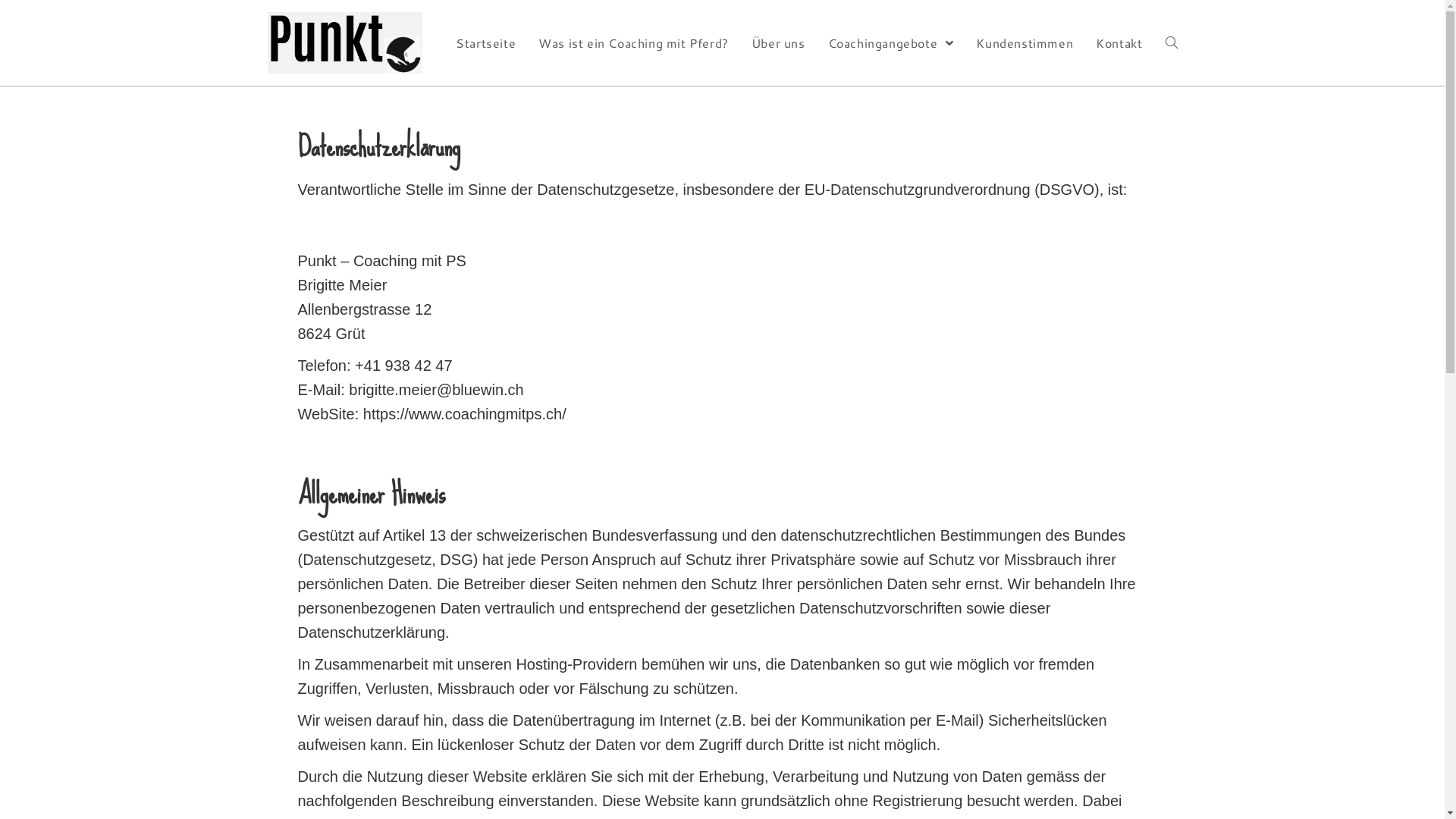 Image resolution: width=1456 pixels, height=819 pixels. What do you see at coordinates (443, 42) in the screenshot?
I see `'Startseite'` at bounding box center [443, 42].